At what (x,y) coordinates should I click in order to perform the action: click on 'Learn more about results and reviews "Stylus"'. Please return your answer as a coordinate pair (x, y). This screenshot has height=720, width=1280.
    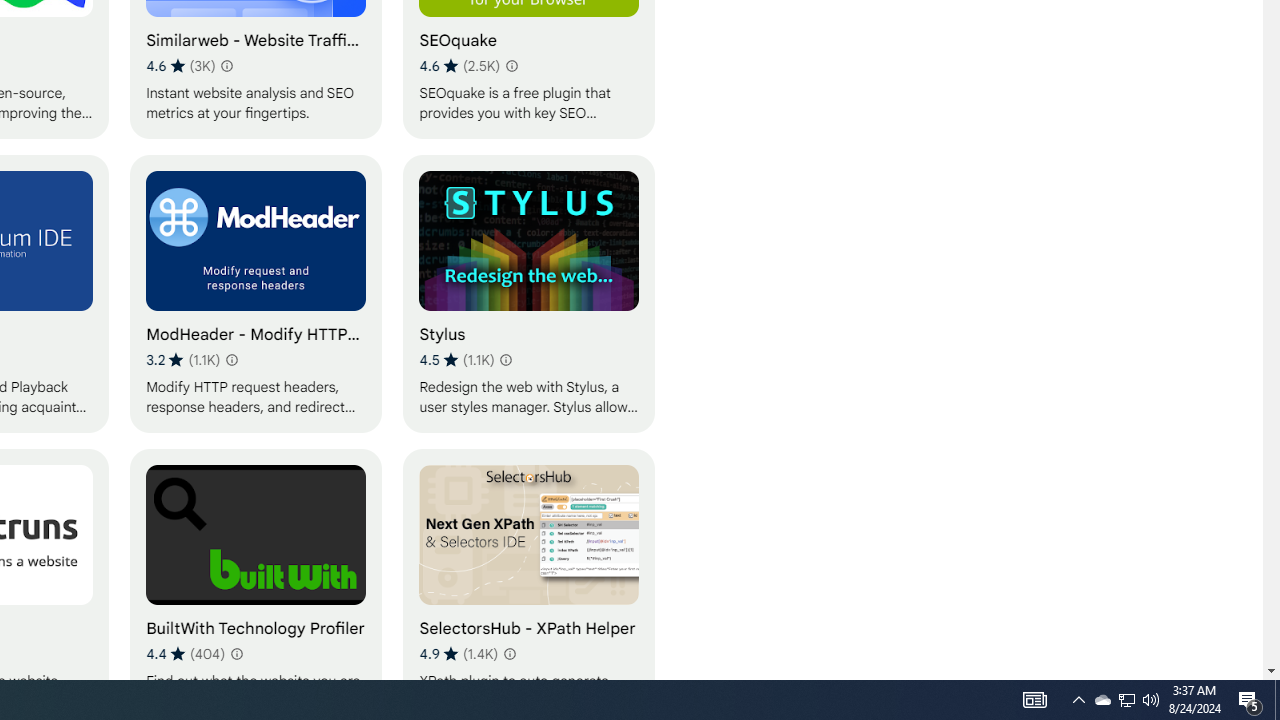
    Looking at the image, I should click on (506, 360).